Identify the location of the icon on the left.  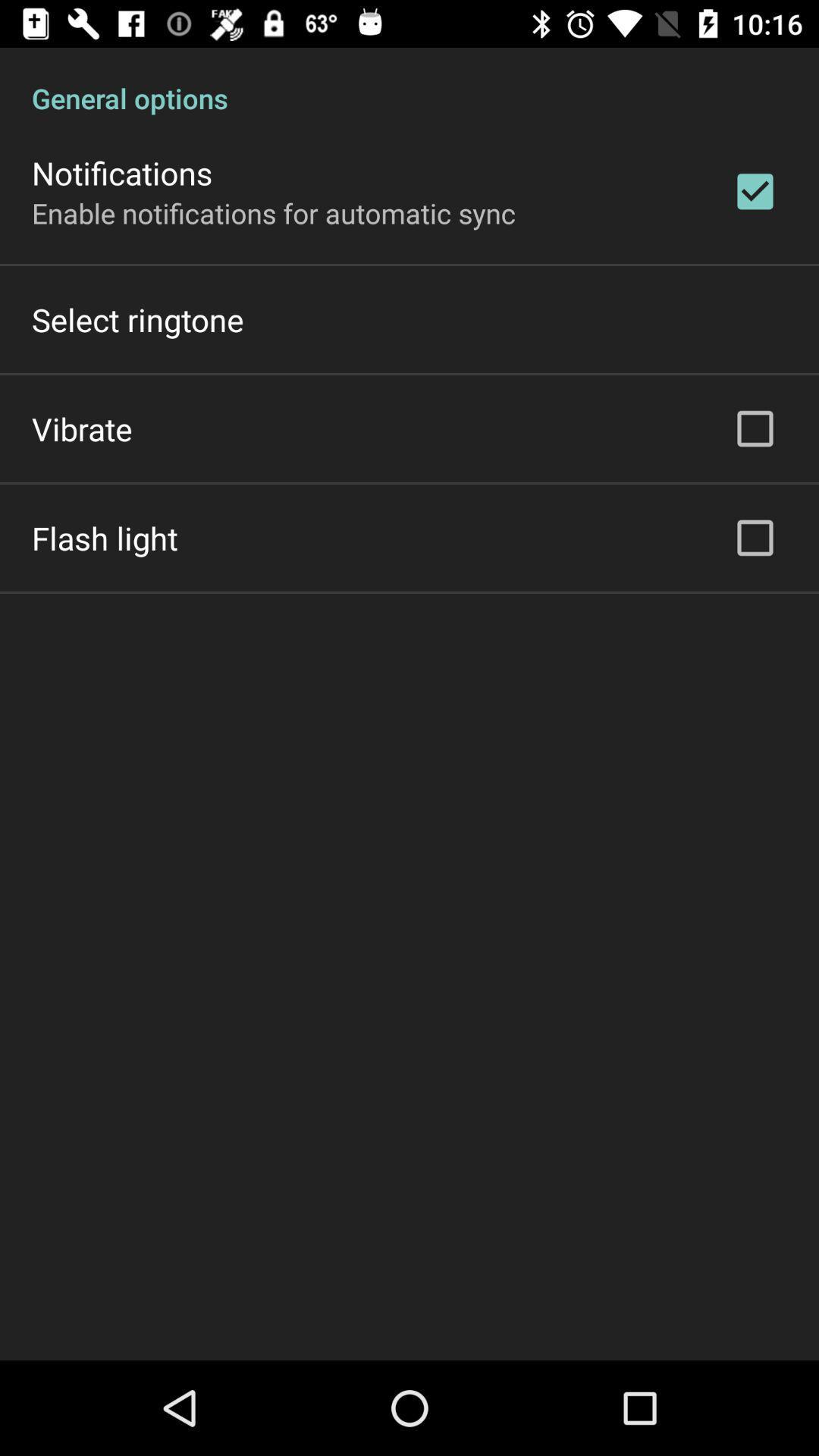
(104, 538).